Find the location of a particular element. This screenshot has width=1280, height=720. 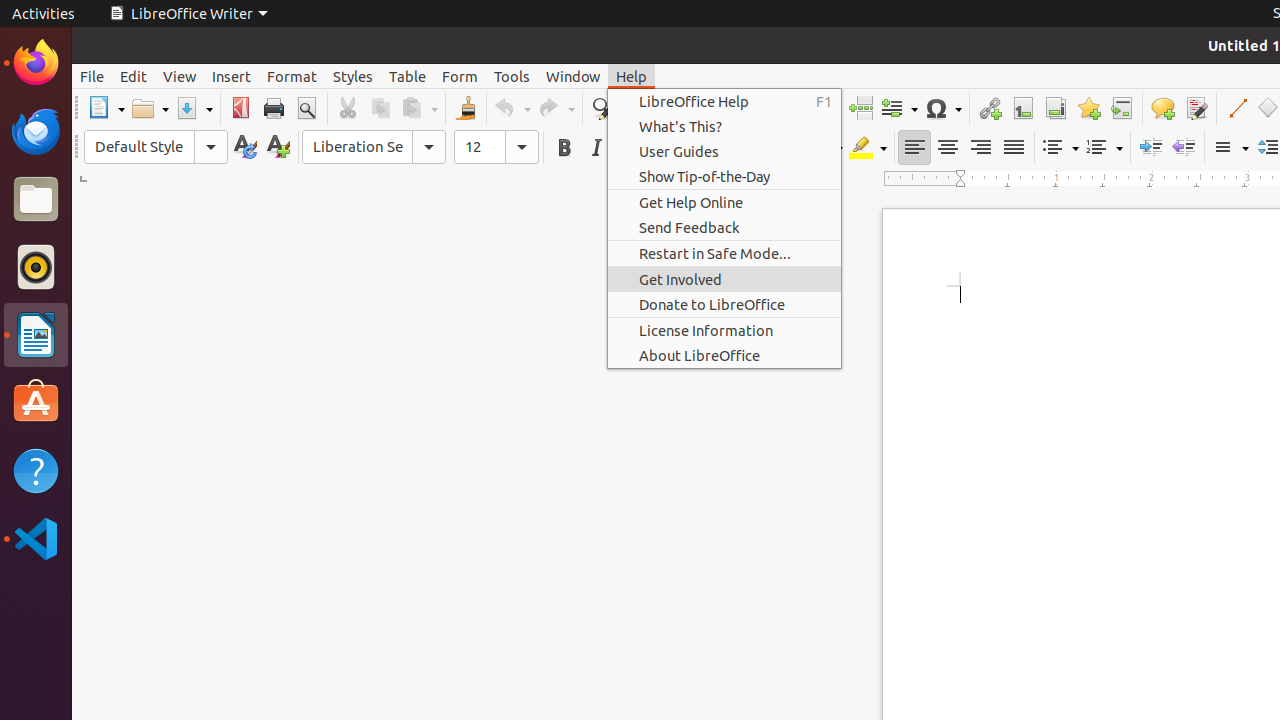

'Paste' is located at coordinates (417, 108).